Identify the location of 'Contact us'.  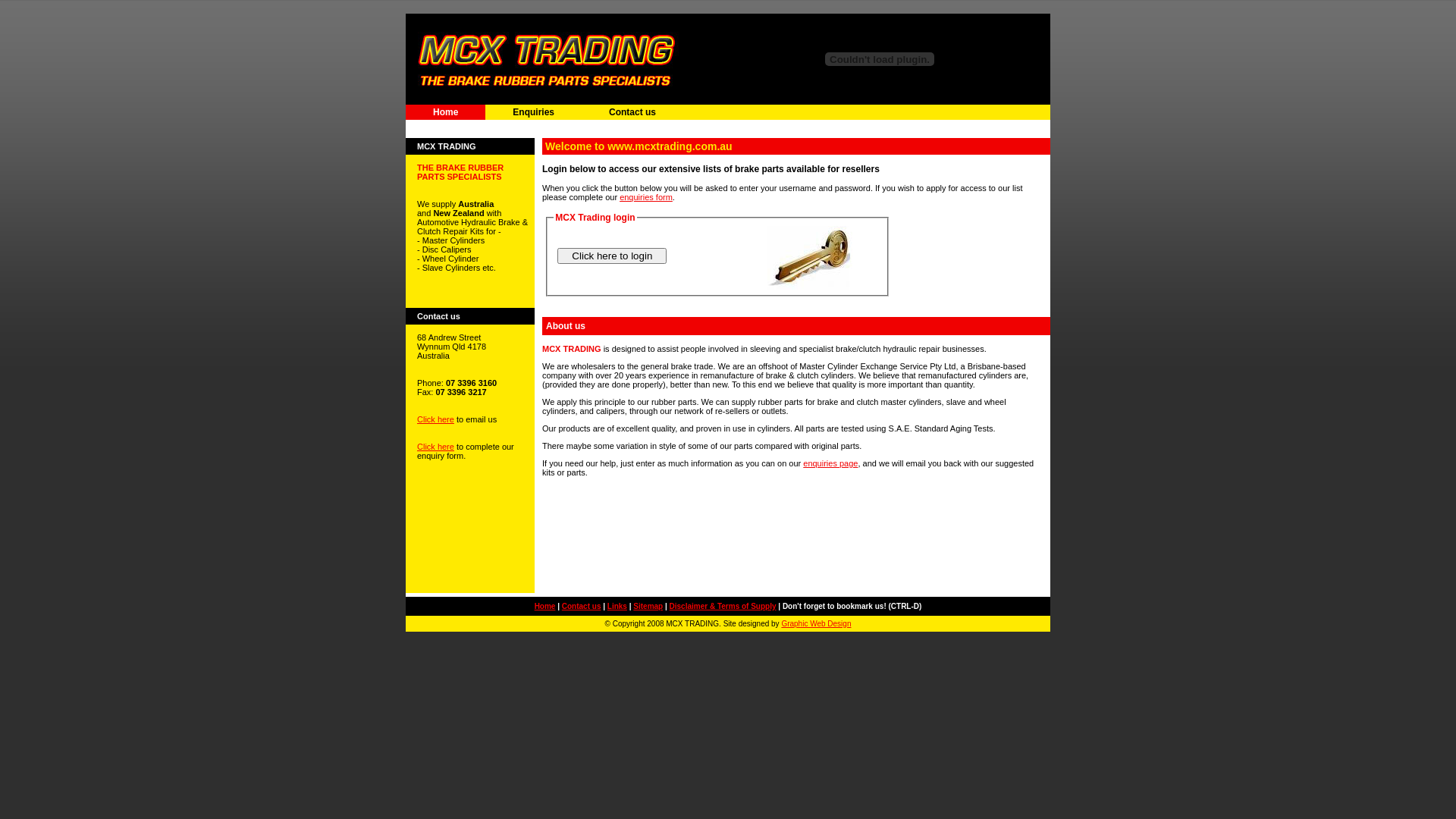
(581, 605).